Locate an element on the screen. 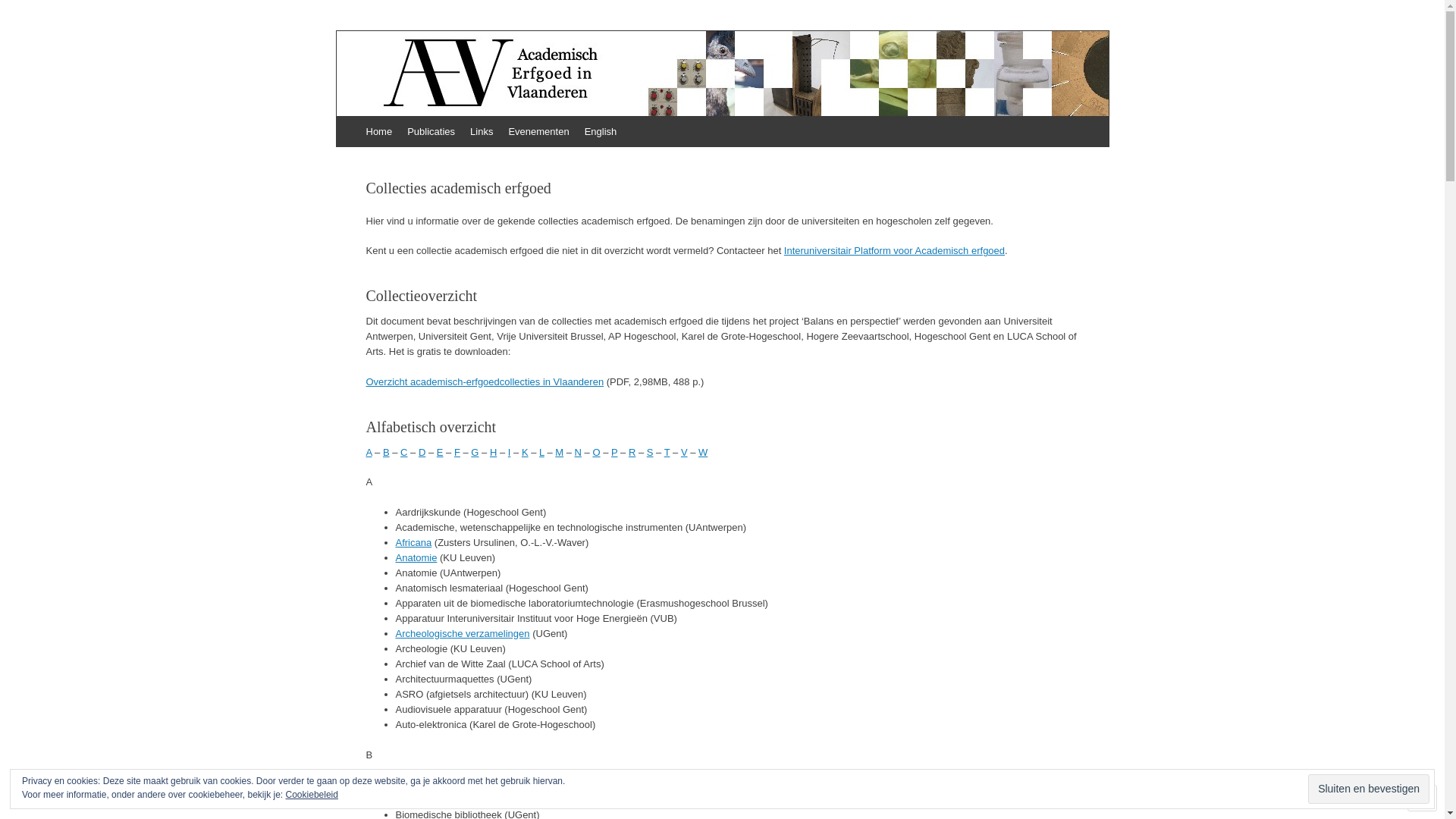  'A' is located at coordinates (368, 450).